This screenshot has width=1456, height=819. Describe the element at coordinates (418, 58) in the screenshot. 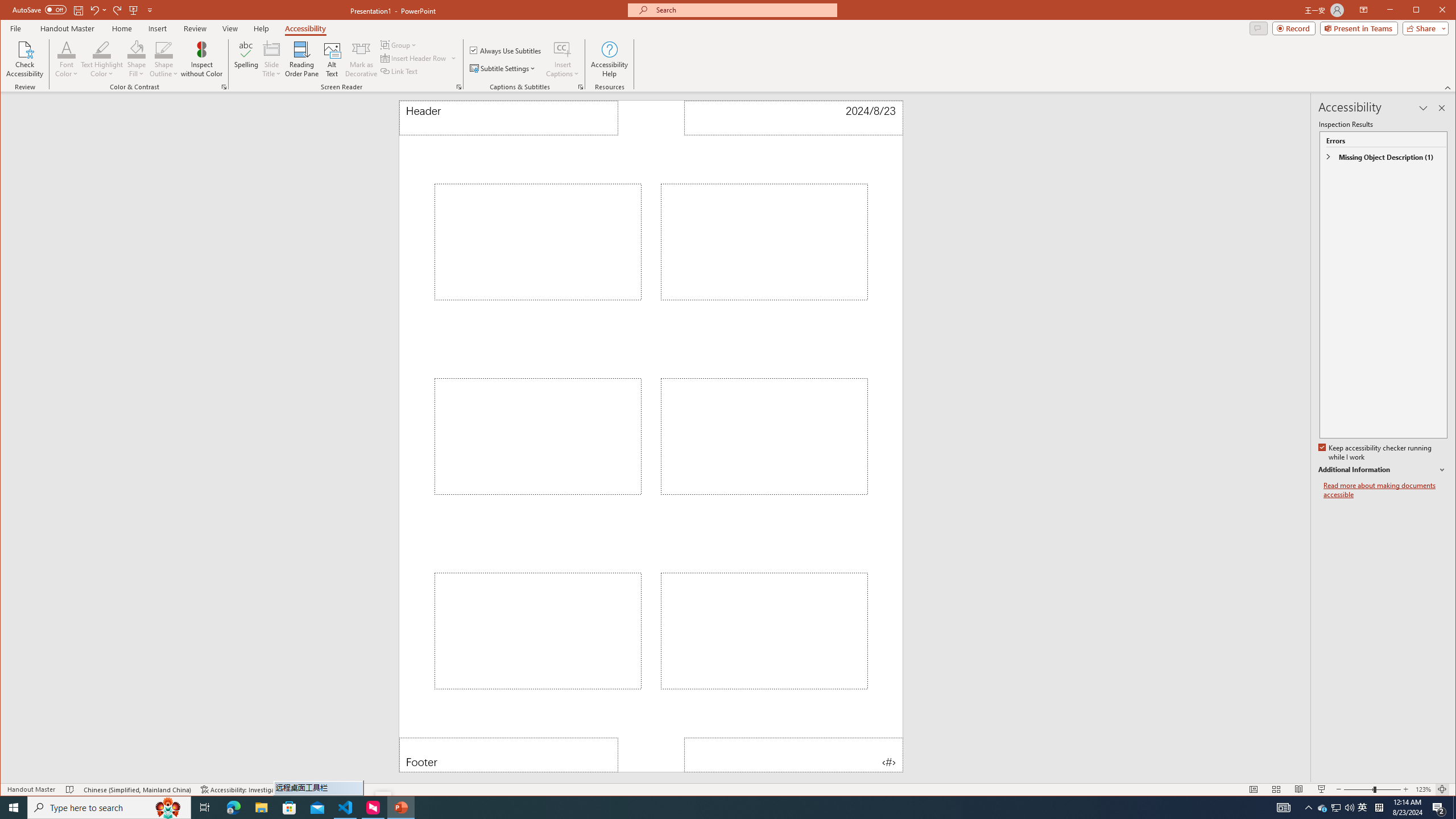

I see `'Insert Header Row'` at that location.